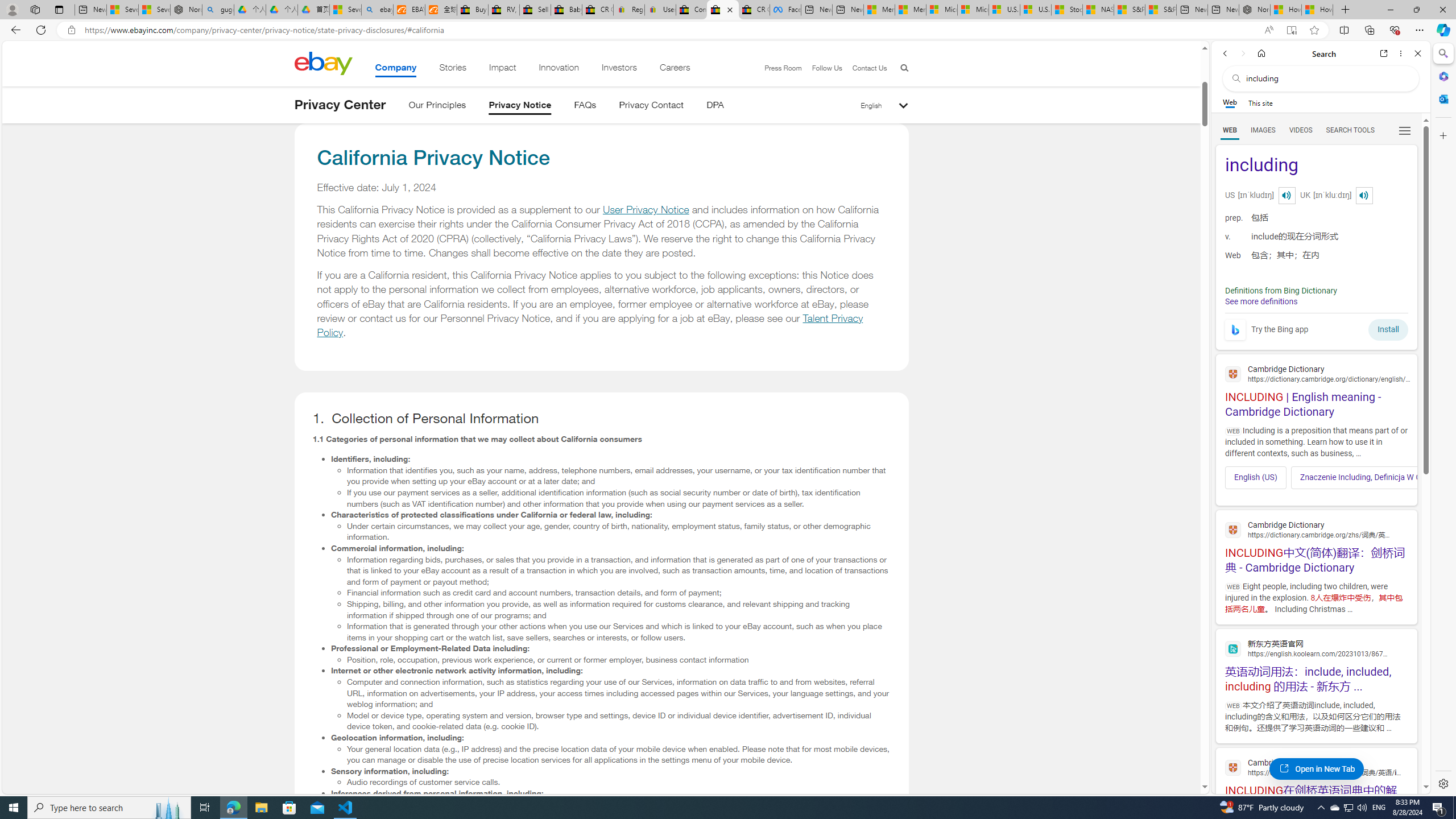  Describe the element at coordinates (1230, 129) in the screenshot. I see `'Search Filter, WEB'` at that location.